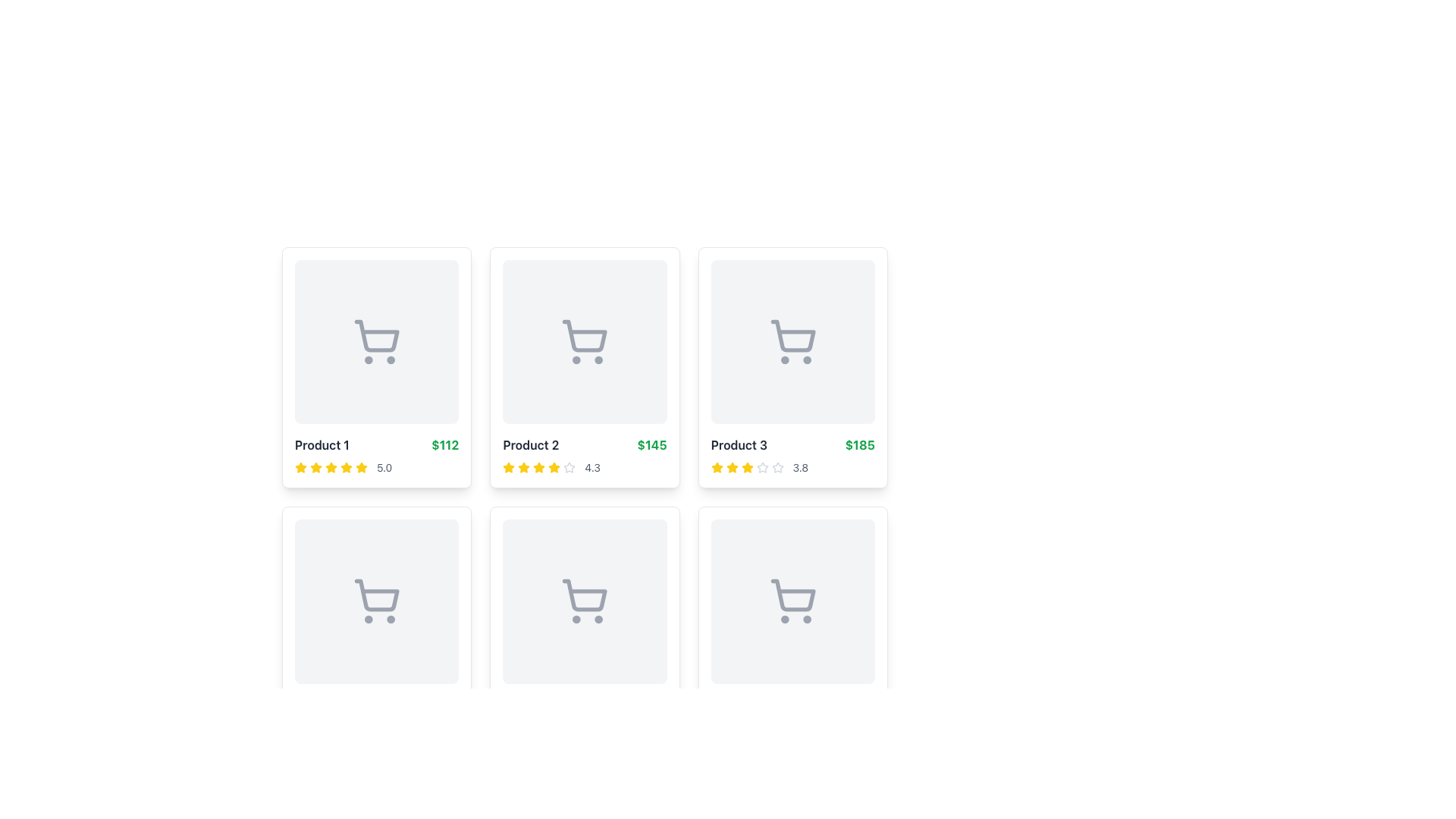  Describe the element at coordinates (787, 794) in the screenshot. I see `the pagination button labeled '3'` at that location.